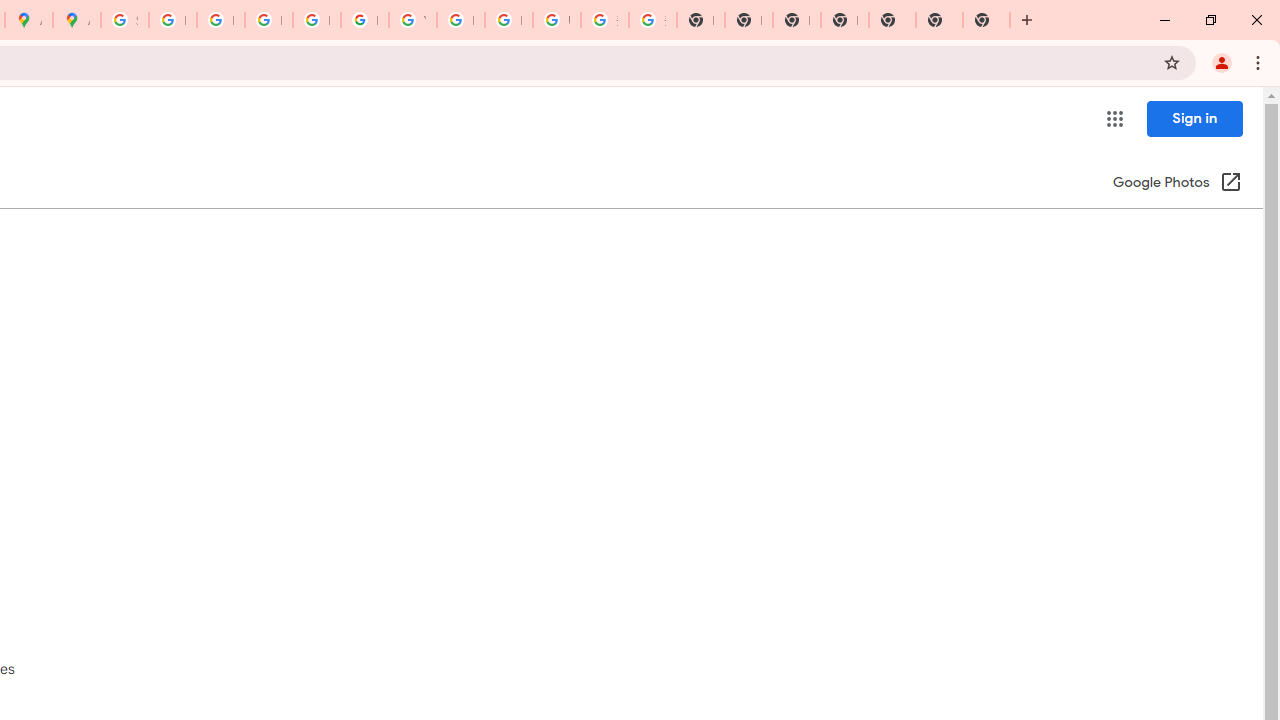 The height and width of the screenshot is (720, 1280). What do you see at coordinates (220, 20) in the screenshot?
I see `'Privacy Help Center - Policies Help'` at bounding box center [220, 20].